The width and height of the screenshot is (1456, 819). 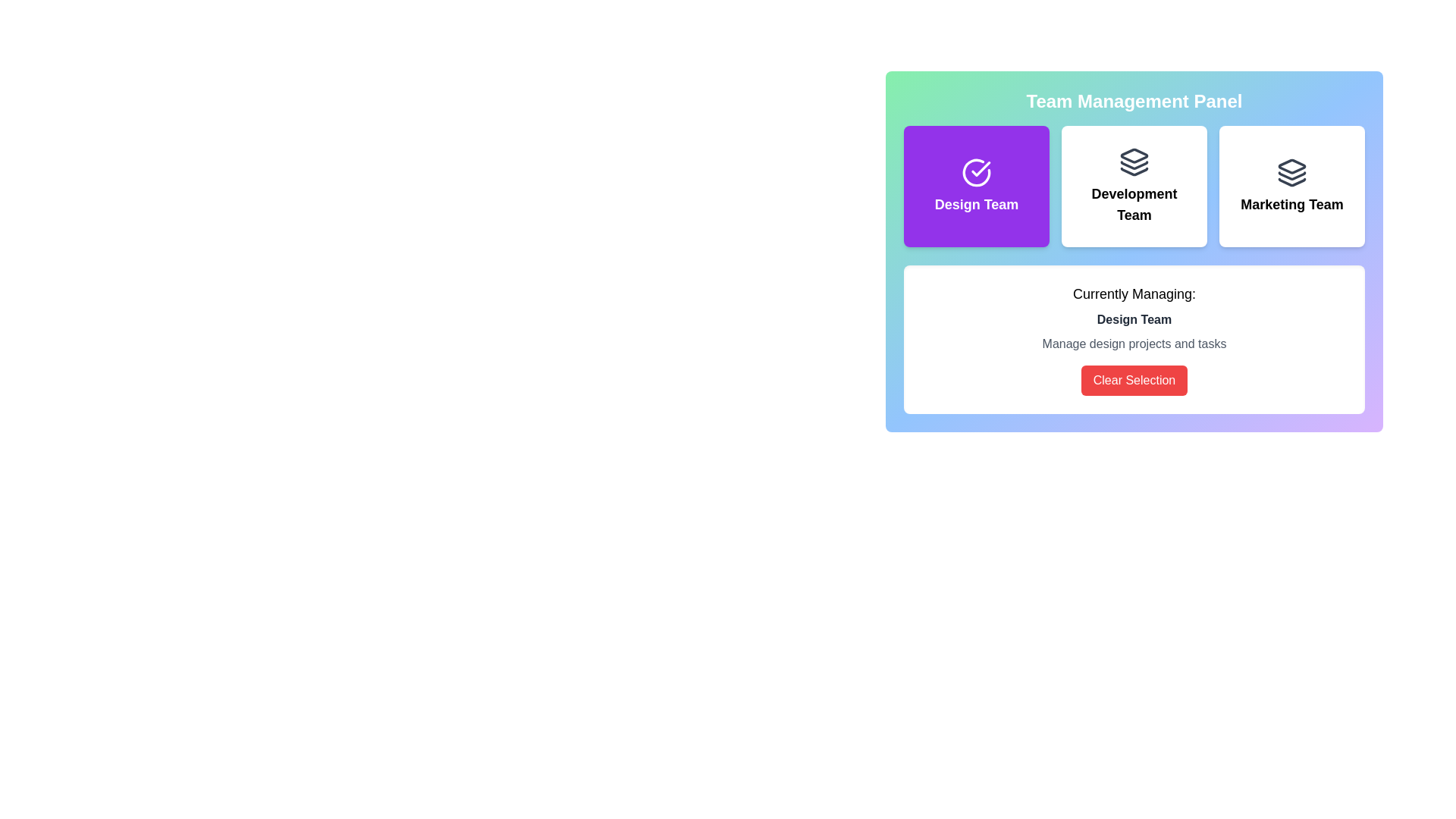 I want to click on label 'Design Team' located at the bottom of the purple button, which is the first button in a row of three buttons at the top section of the interface, so click(x=976, y=205).